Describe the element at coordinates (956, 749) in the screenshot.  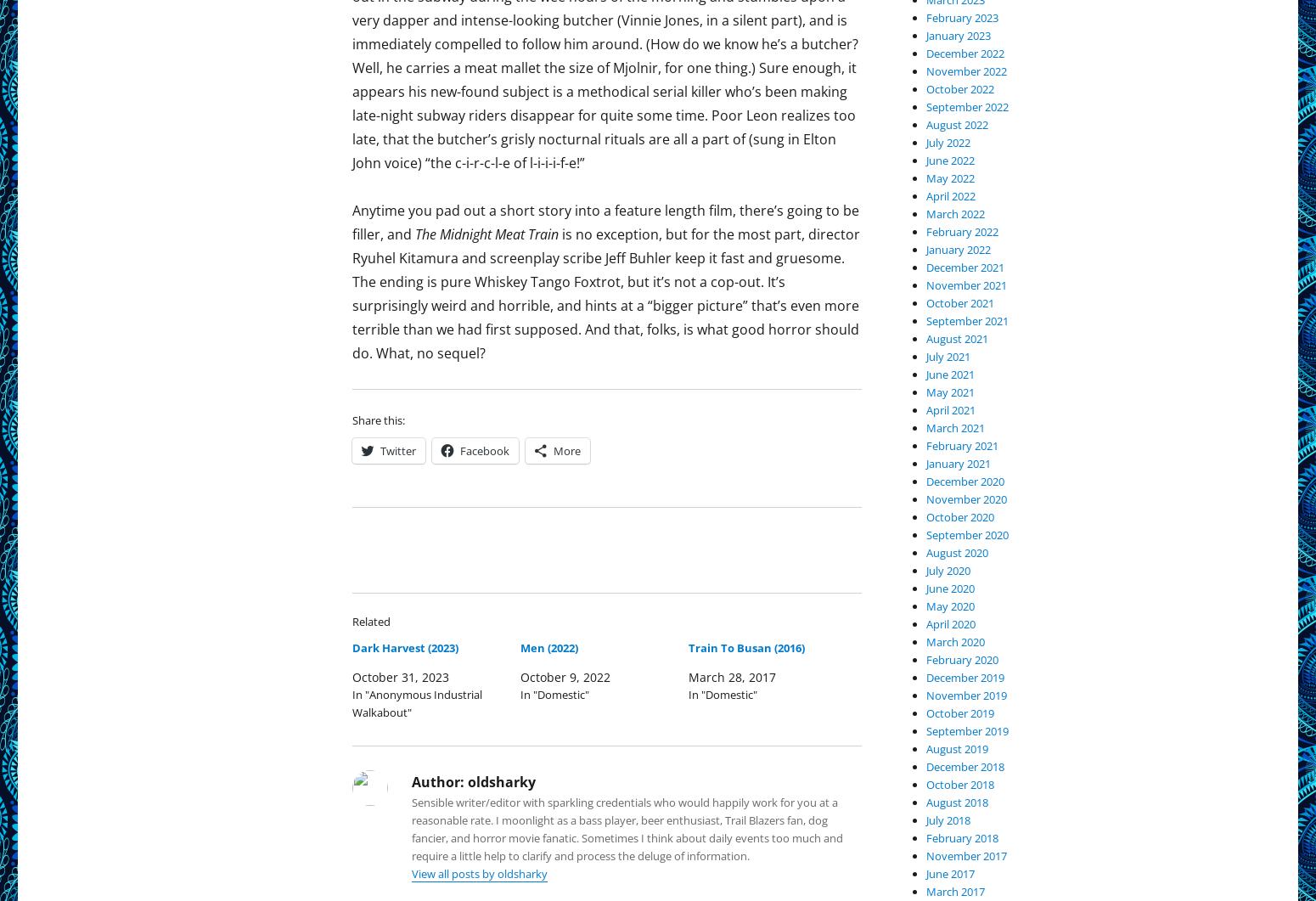
I see `'August 2019'` at that location.